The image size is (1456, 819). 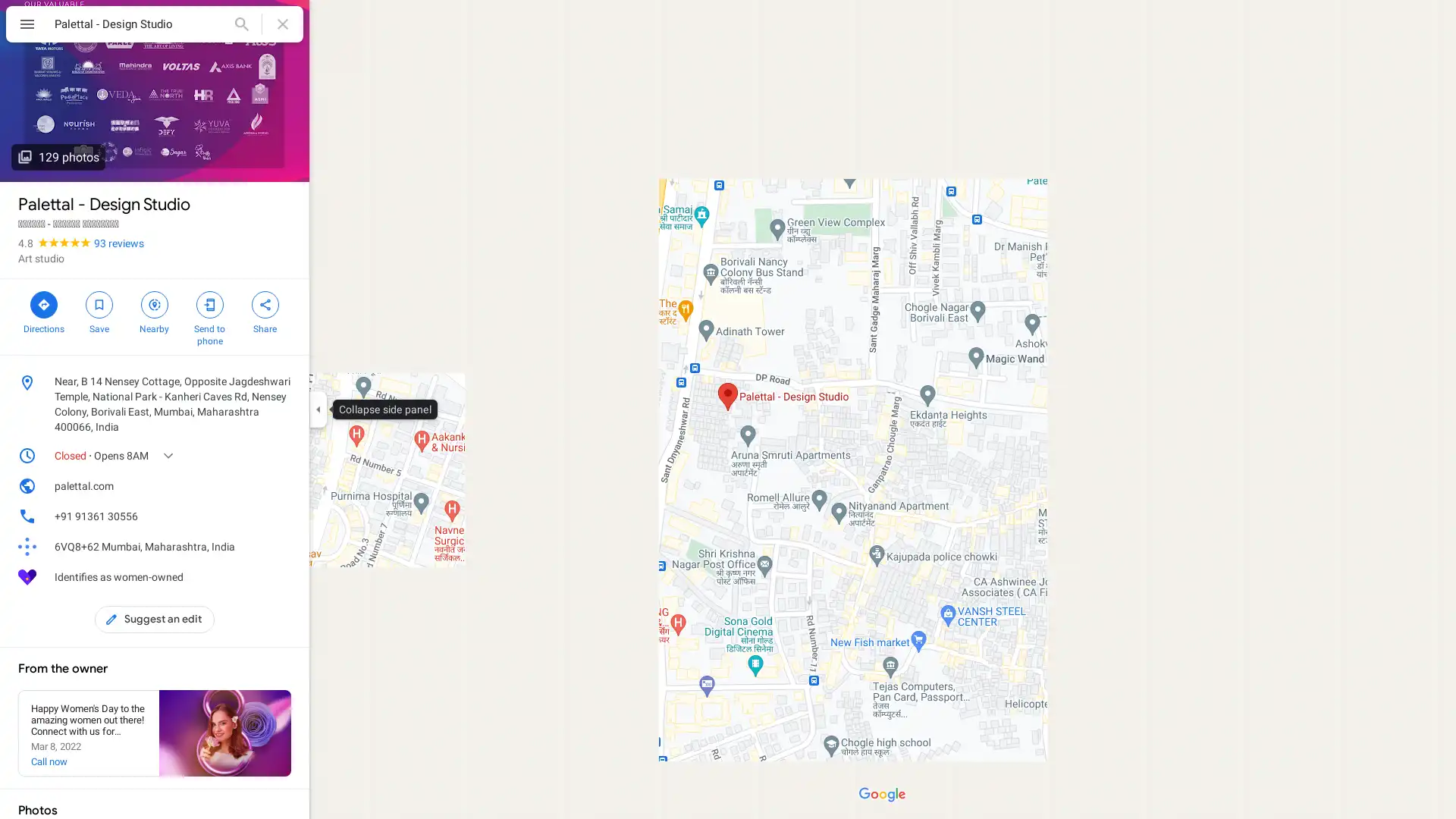 What do you see at coordinates (265, 309) in the screenshot?
I see `Share Palettal - Design Studio` at bounding box center [265, 309].